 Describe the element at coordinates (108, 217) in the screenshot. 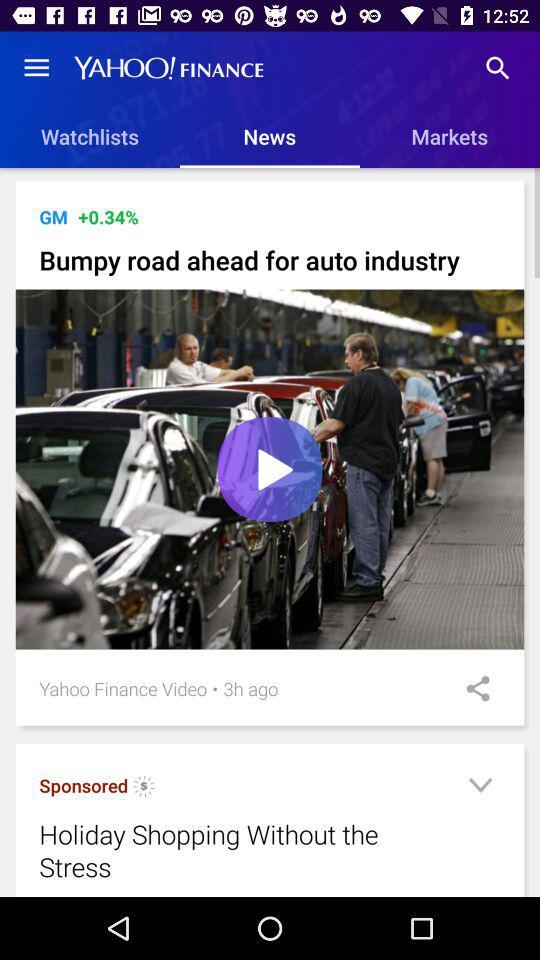

I see `icon to the right of gm` at that location.